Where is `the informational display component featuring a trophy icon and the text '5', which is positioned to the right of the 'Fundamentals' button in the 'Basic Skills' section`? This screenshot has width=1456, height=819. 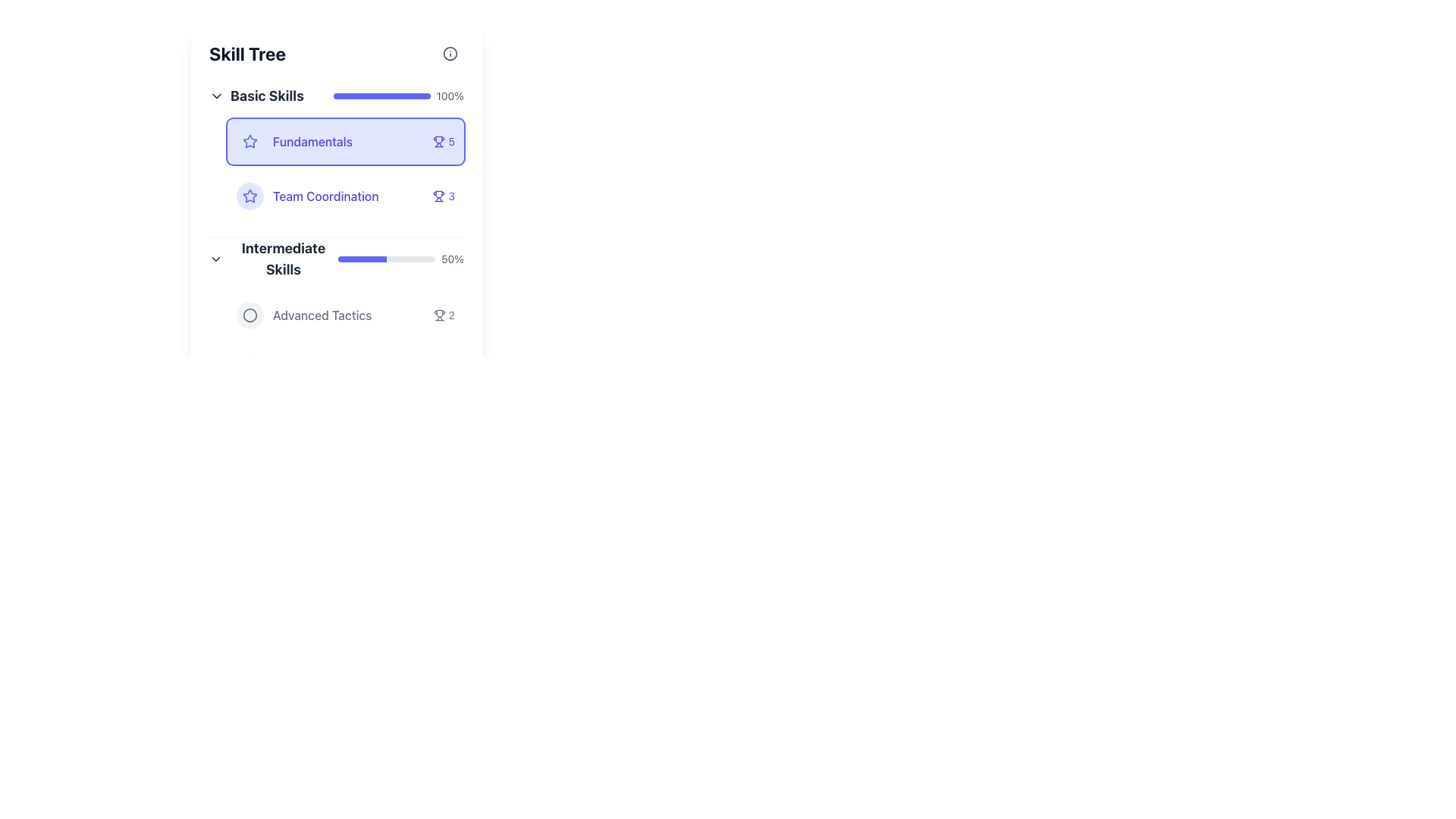
the informational display component featuring a trophy icon and the text '5', which is positioned to the right of the 'Fundamentals' button in the 'Basic Skills' section is located at coordinates (443, 141).